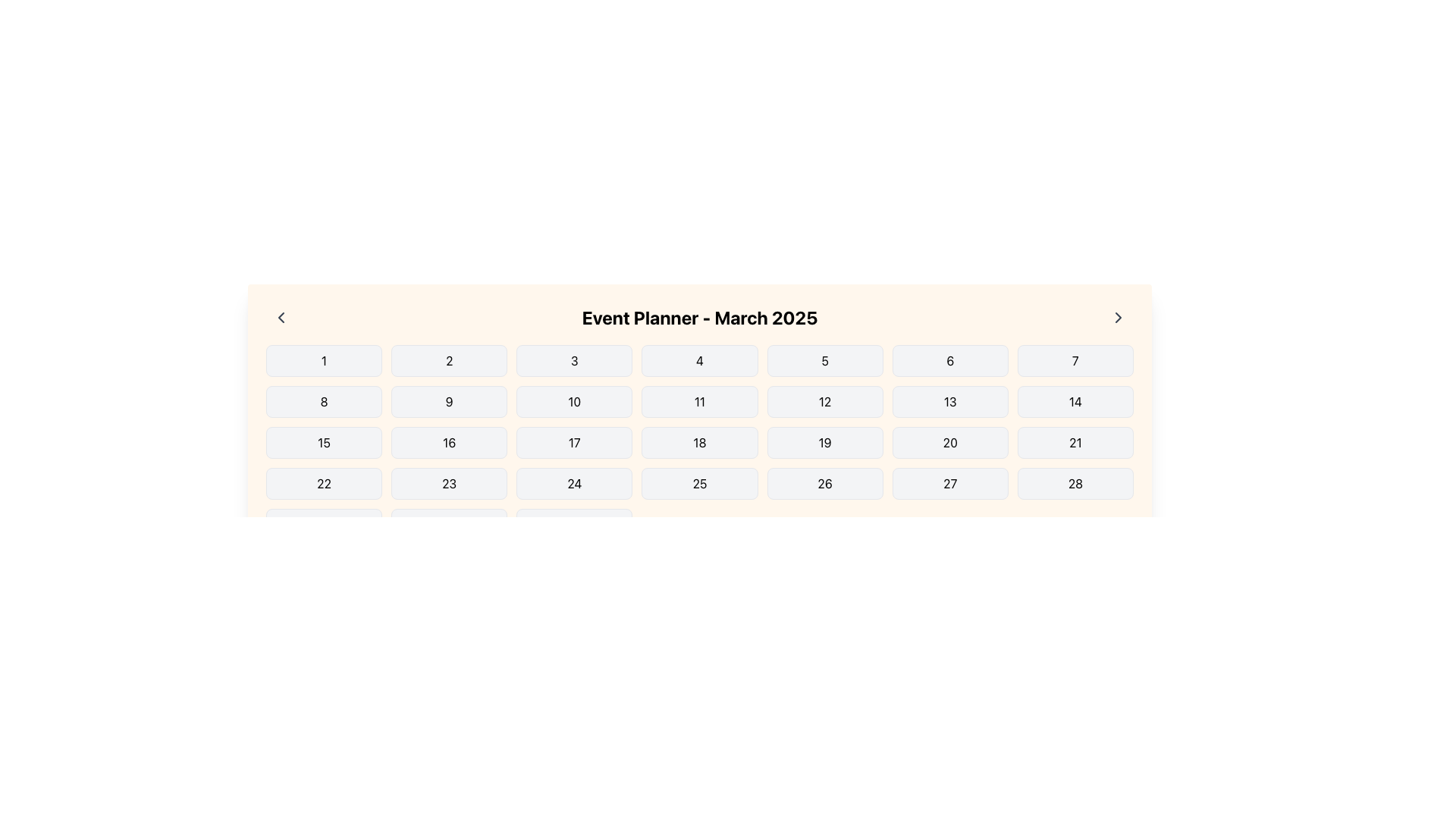 The height and width of the screenshot is (819, 1456). Describe the element at coordinates (573, 400) in the screenshot. I see `the button-like interactive calendar date cell located in the second row and third column of the 'Event Planner - March 2025' grid` at that location.